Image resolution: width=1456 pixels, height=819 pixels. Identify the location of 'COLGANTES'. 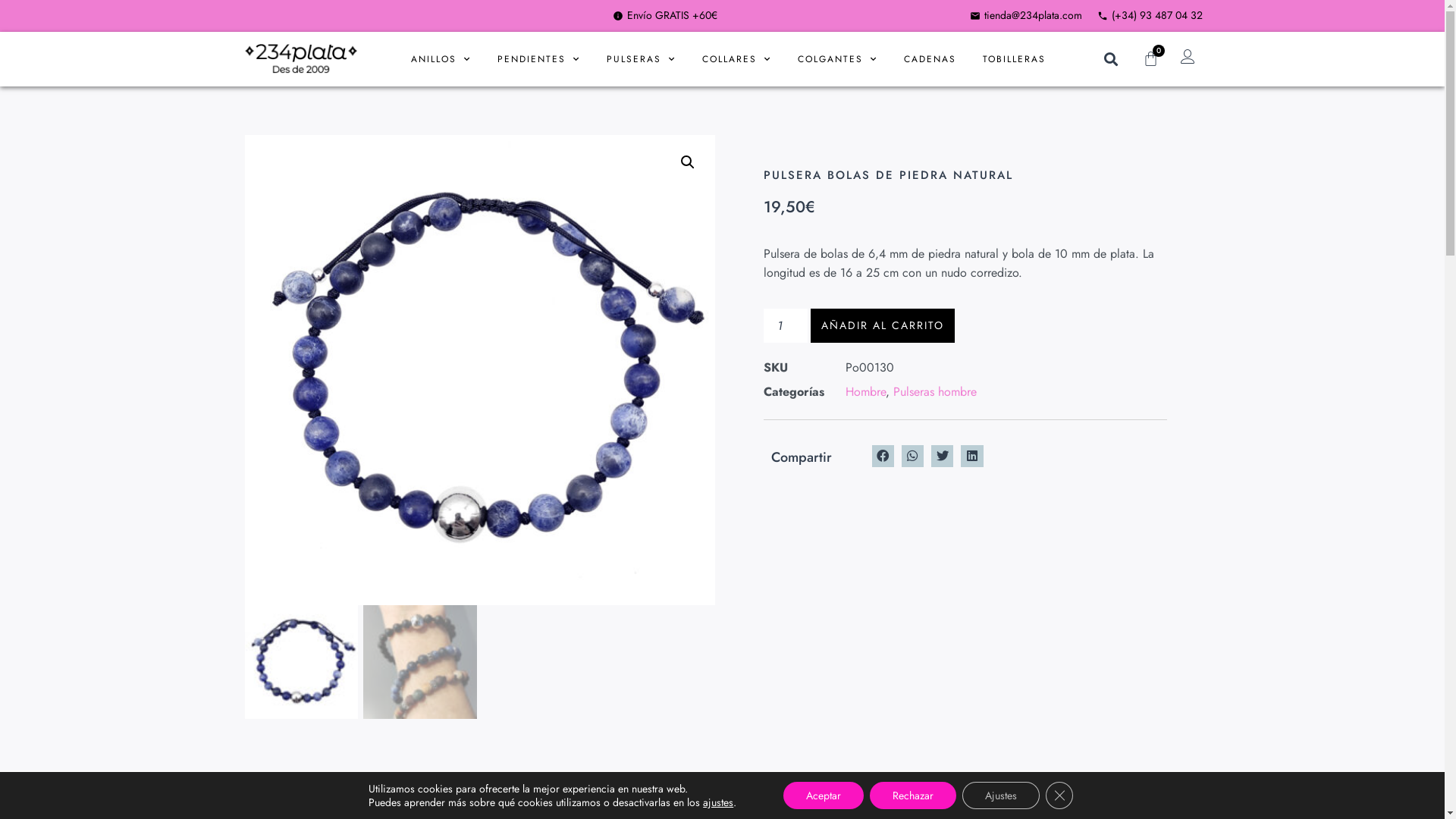
(836, 58).